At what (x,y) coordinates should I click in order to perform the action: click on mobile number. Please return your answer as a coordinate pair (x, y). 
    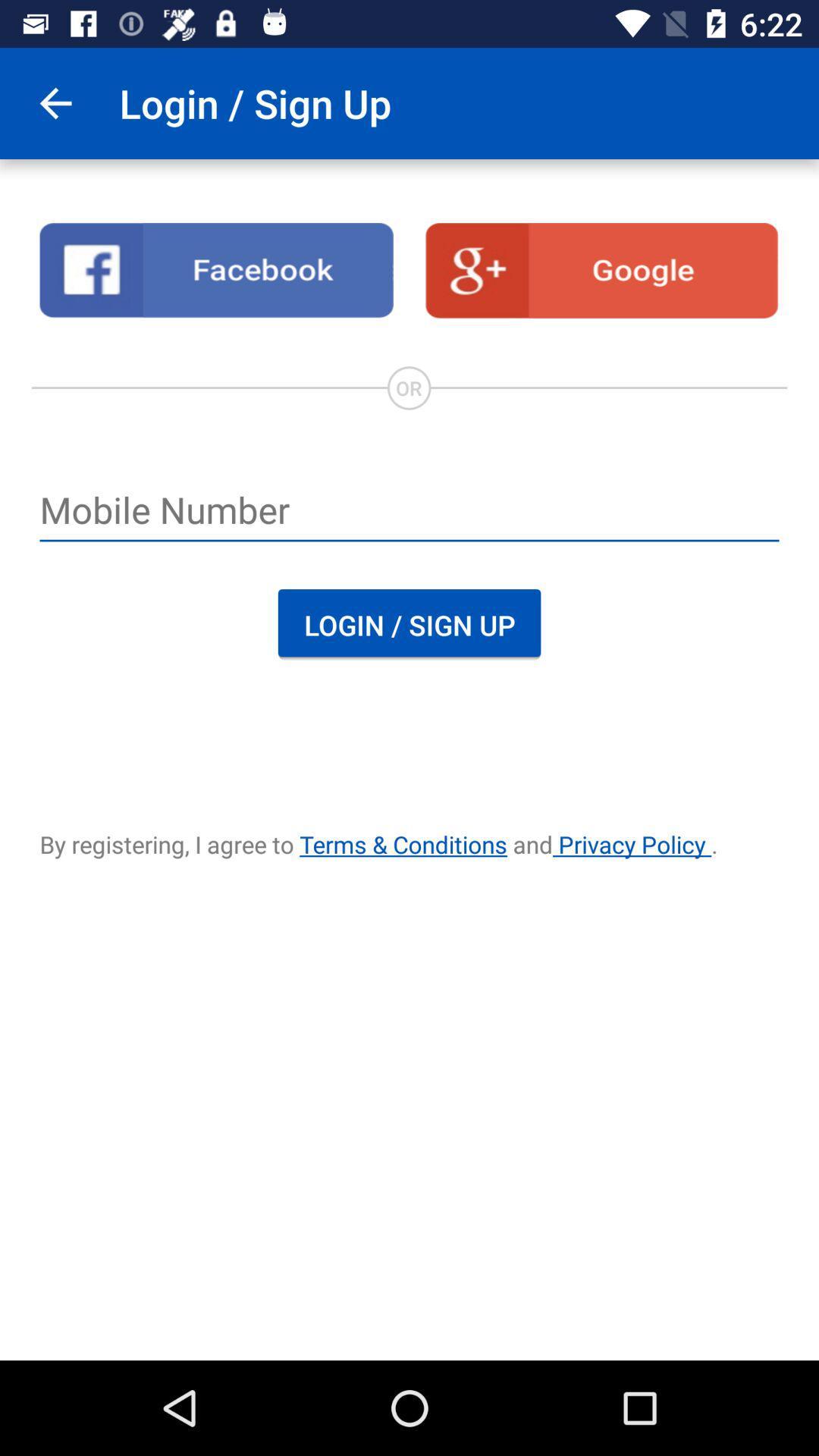
    Looking at the image, I should click on (409, 512).